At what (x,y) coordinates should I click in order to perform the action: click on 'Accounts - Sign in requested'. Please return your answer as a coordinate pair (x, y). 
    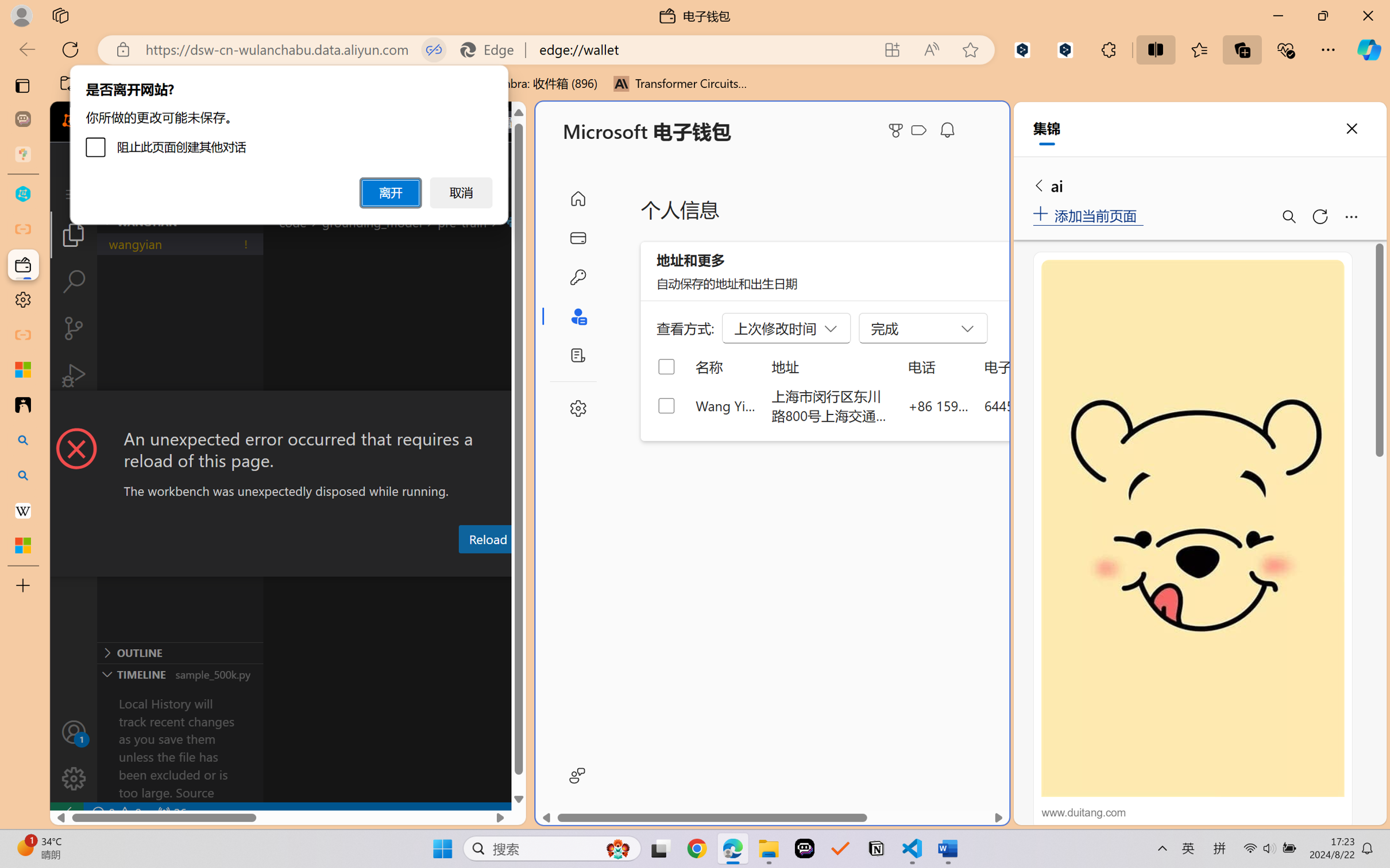
    Looking at the image, I should click on (73, 731).